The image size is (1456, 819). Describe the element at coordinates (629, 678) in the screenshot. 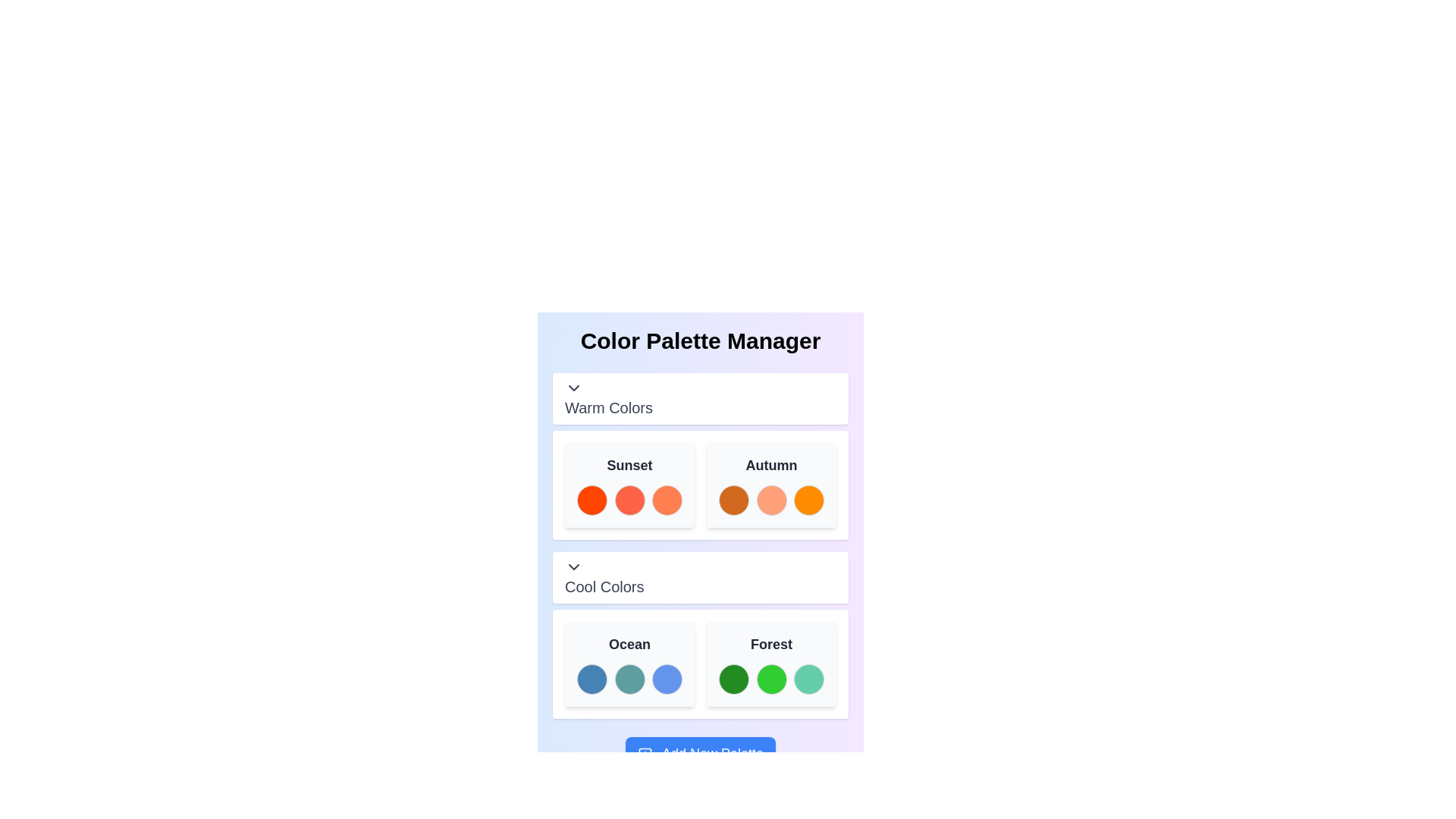

I see `the selectable color swatch representing a color selection option` at that location.